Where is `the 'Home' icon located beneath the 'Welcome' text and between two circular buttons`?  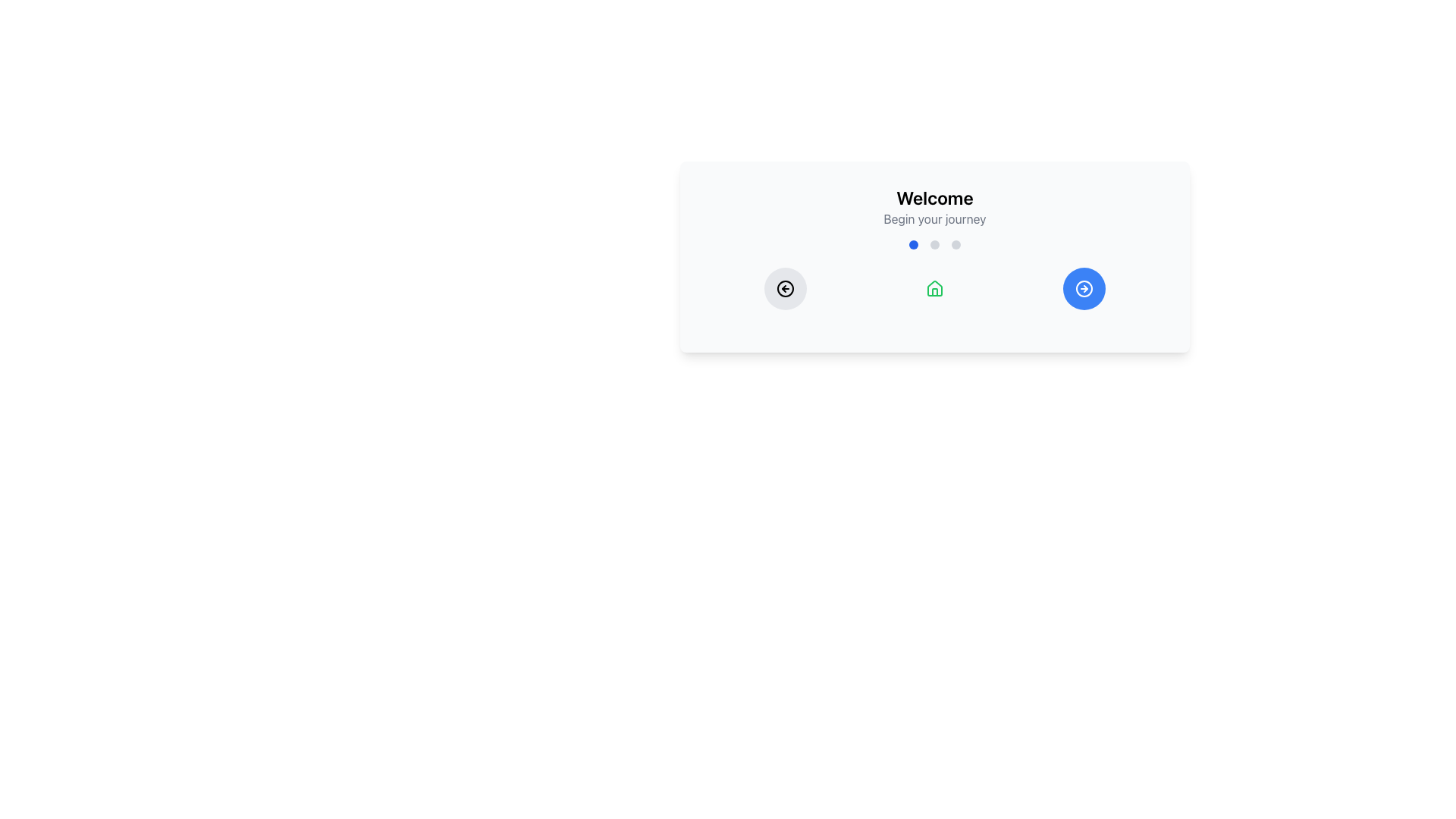
the 'Home' icon located beneath the 'Welcome' text and between two circular buttons is located at coordinates (934, 289).